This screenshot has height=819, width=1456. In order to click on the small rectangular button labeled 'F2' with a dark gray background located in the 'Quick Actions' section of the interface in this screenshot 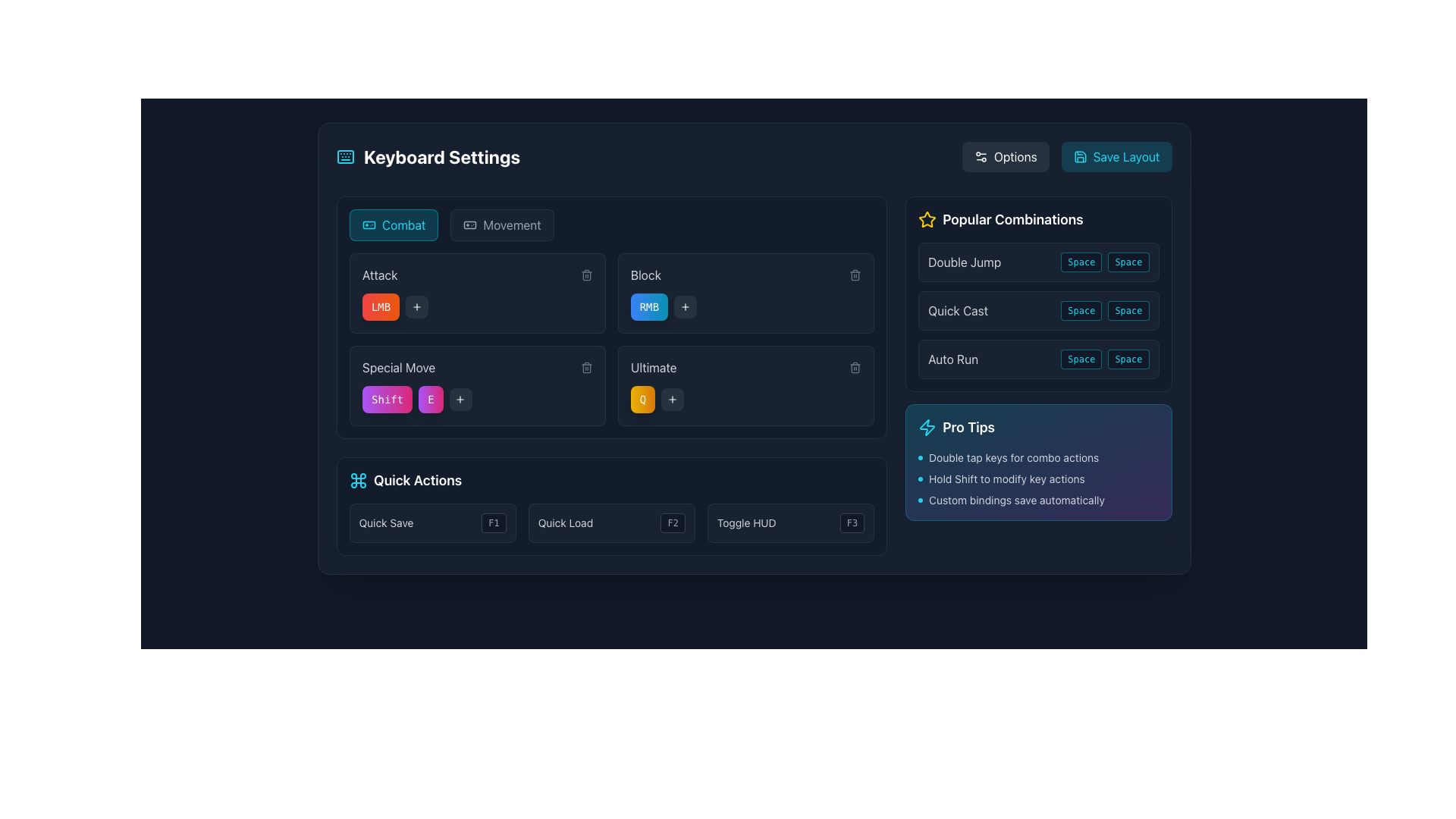, I will do `click(672, 522)`.